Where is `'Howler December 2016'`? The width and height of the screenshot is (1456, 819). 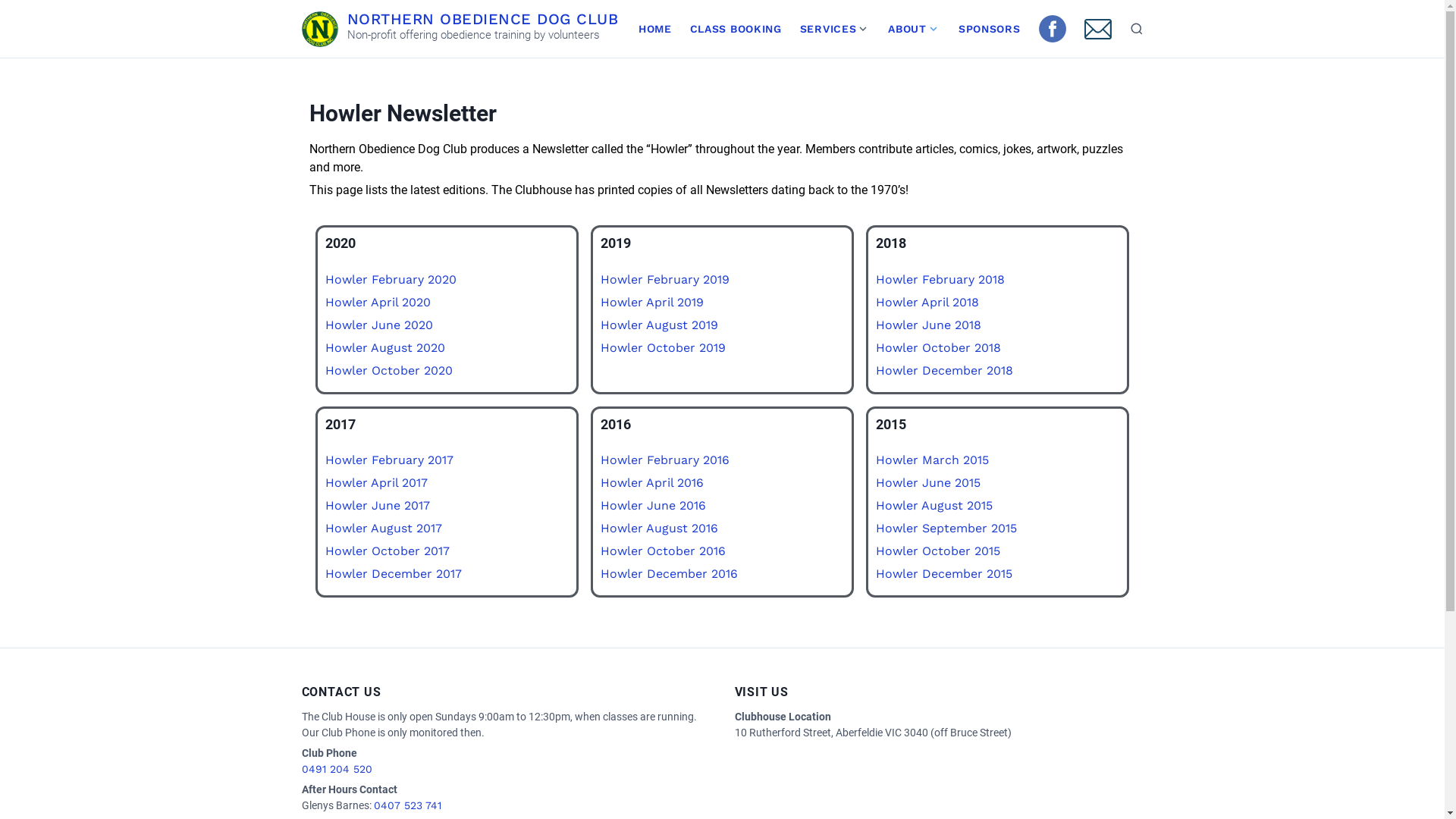 'Howler December 2016' is located at coordinates (668, 573).